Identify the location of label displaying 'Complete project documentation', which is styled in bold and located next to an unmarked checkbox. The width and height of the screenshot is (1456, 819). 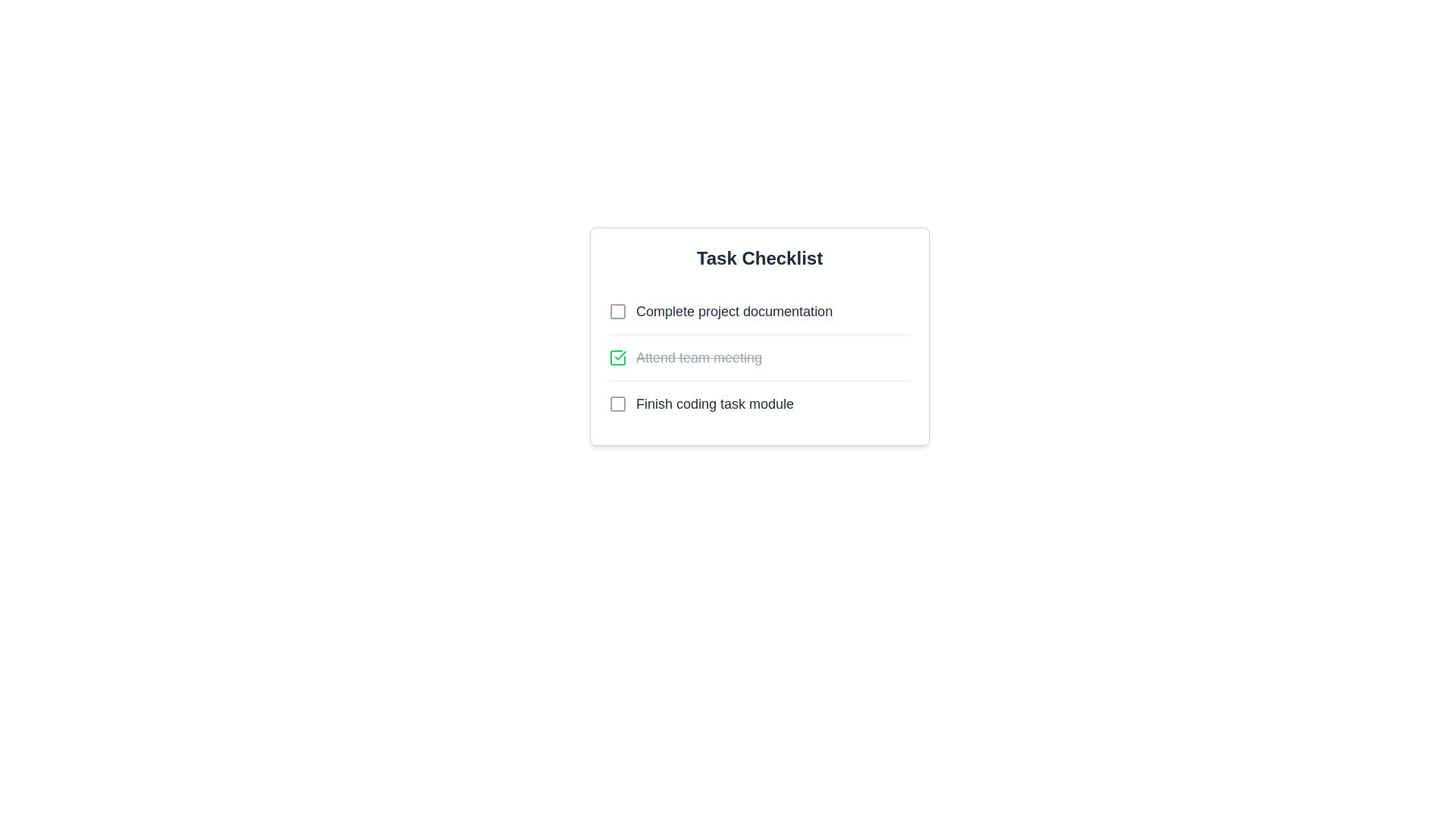
(734, 311).